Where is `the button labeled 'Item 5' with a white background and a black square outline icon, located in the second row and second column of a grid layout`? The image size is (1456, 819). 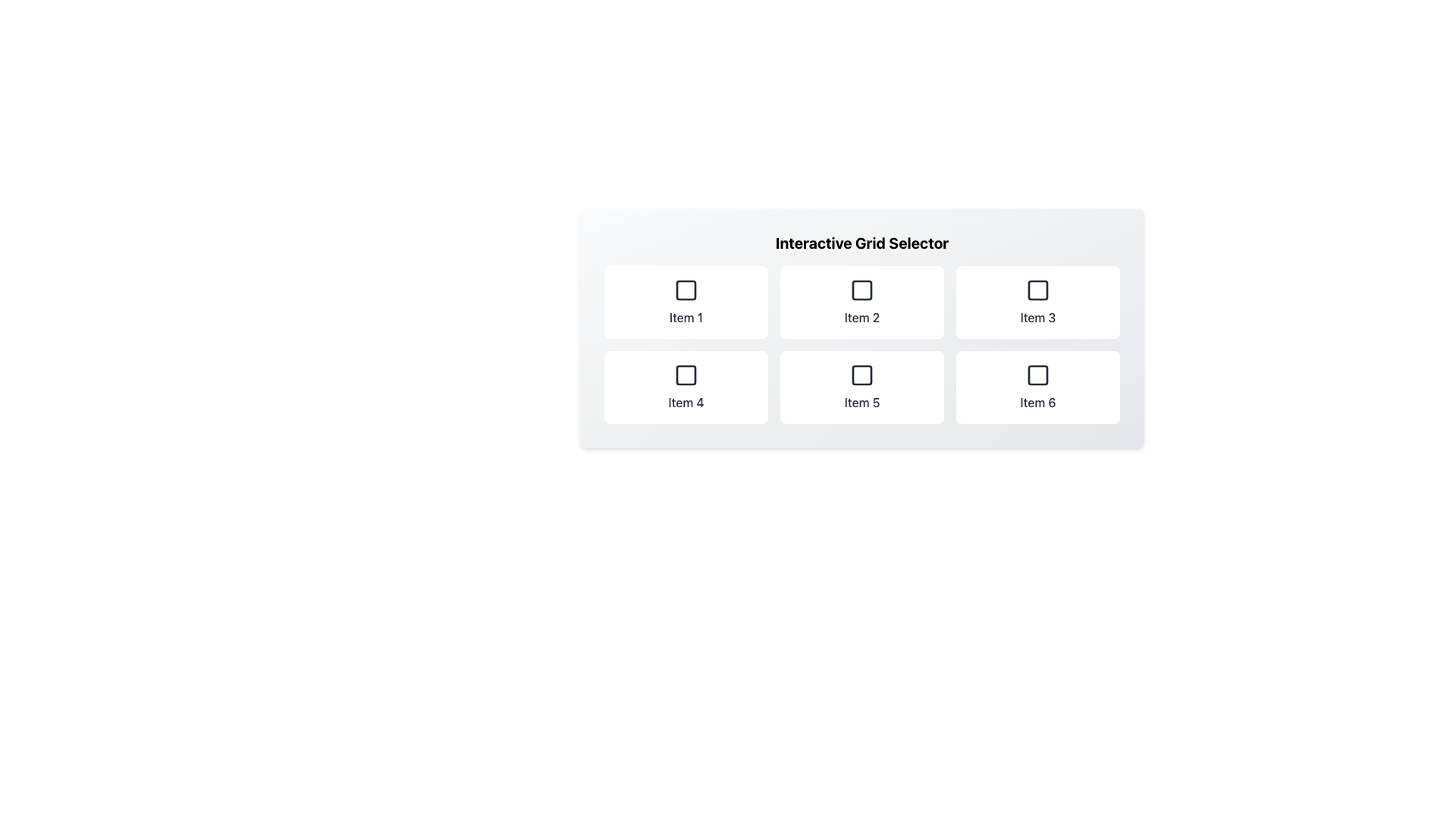 the button labeled 'Item 5' with a white background and a black square outline icon, located in the second row and second column of a grid layout is located at coordinates (862, 386).